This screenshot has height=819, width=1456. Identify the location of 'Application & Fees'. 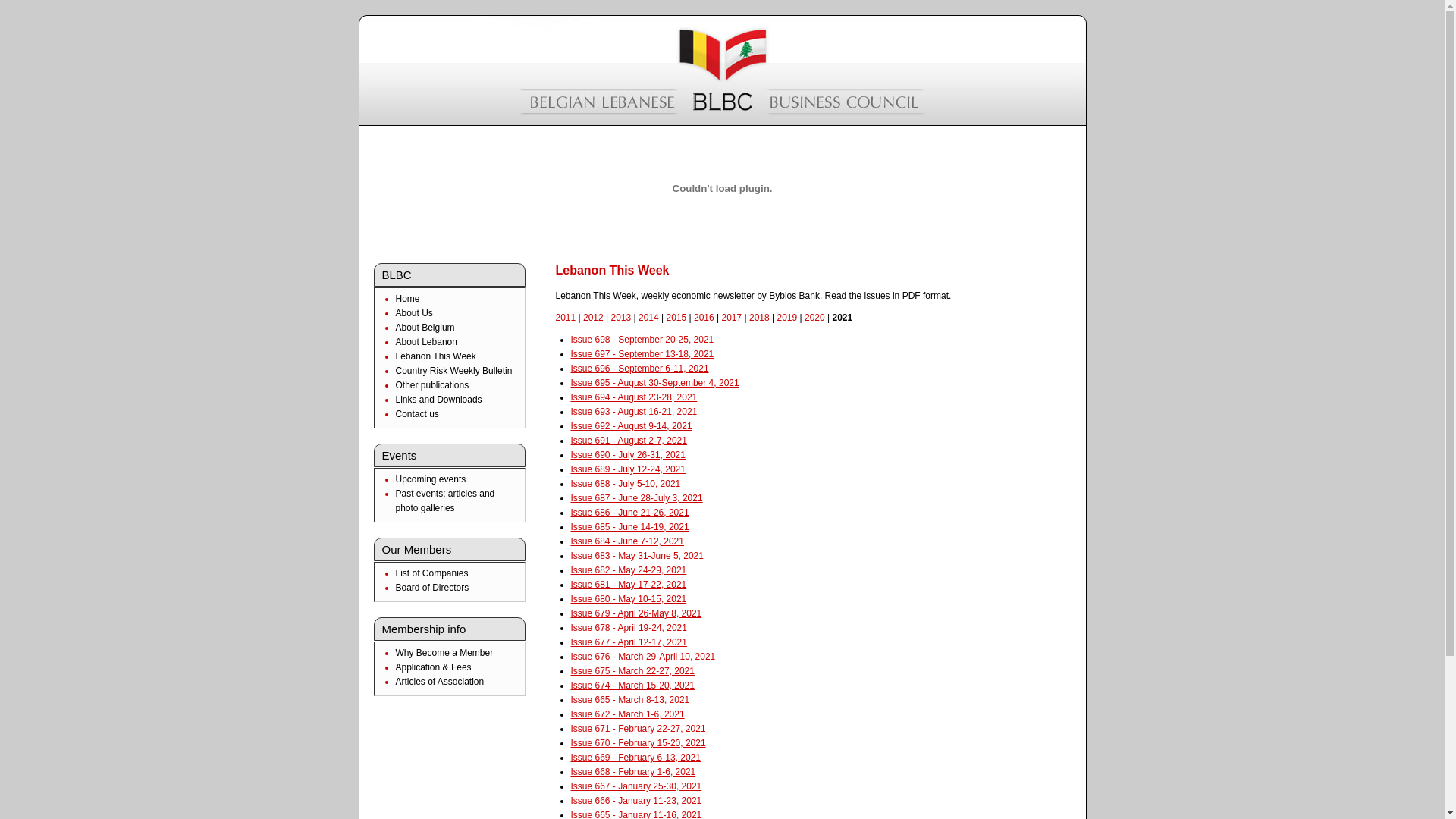
(432, 666).